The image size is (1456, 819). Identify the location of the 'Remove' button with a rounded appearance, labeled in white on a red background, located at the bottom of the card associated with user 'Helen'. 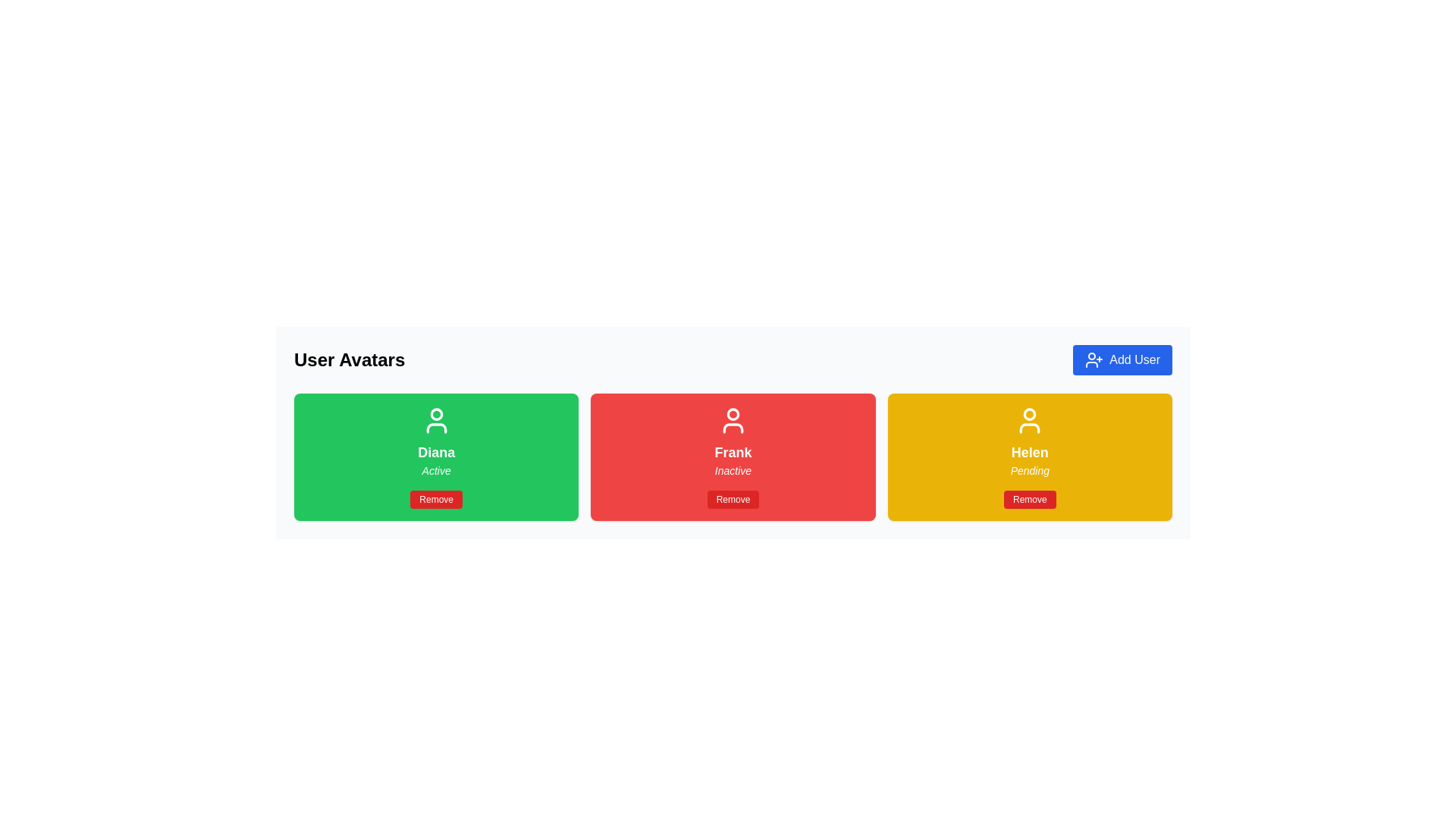
(1030, 500).